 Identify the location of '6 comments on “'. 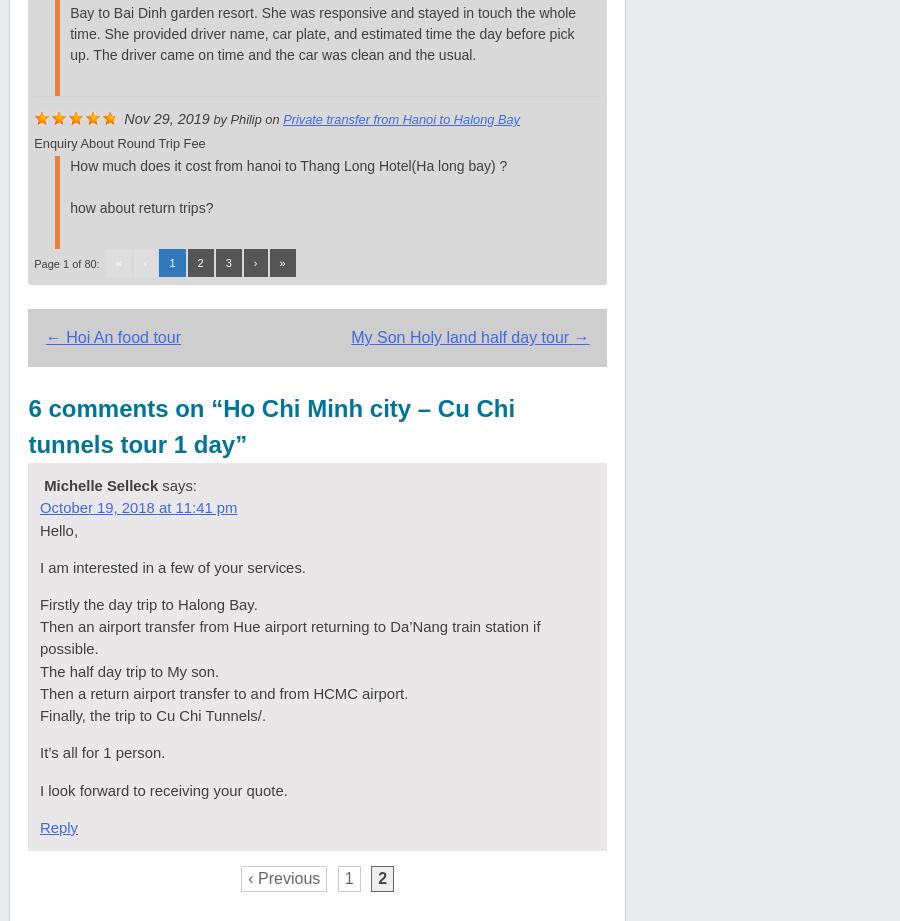
(125, 408).